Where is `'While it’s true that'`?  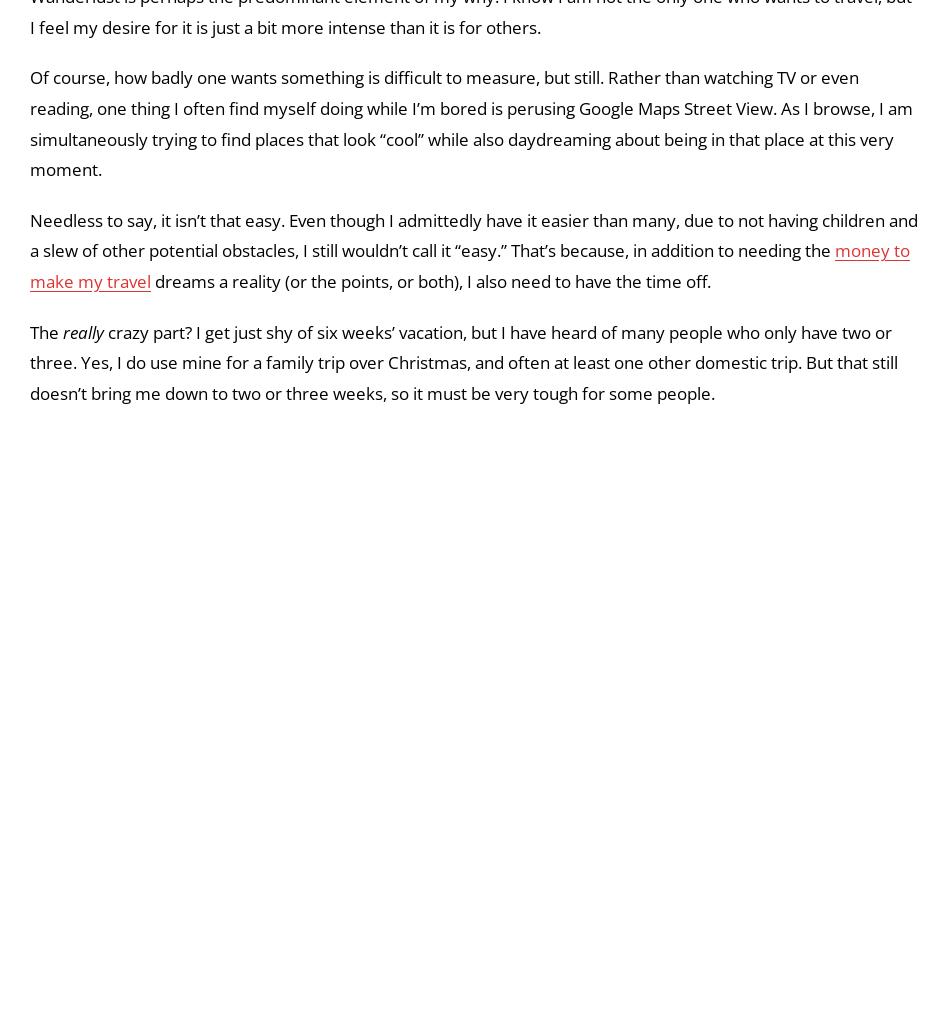 'While it’s true that' is located at coordinates (102, 122).